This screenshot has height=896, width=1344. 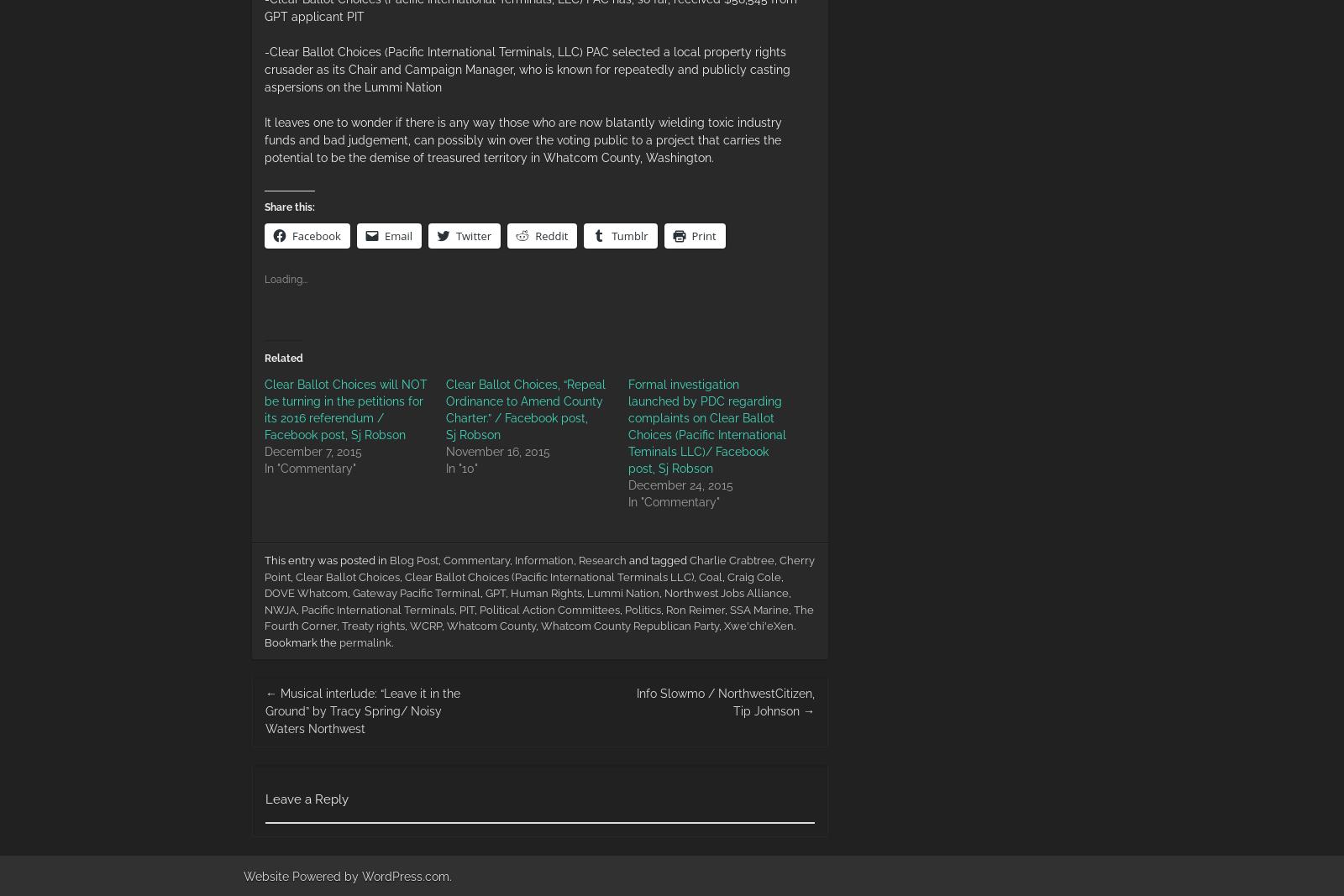 What do you see at coordinates (265, 799) in the screenshot?
I see `'Leave a Reply'` at bounding box center [265, 799].